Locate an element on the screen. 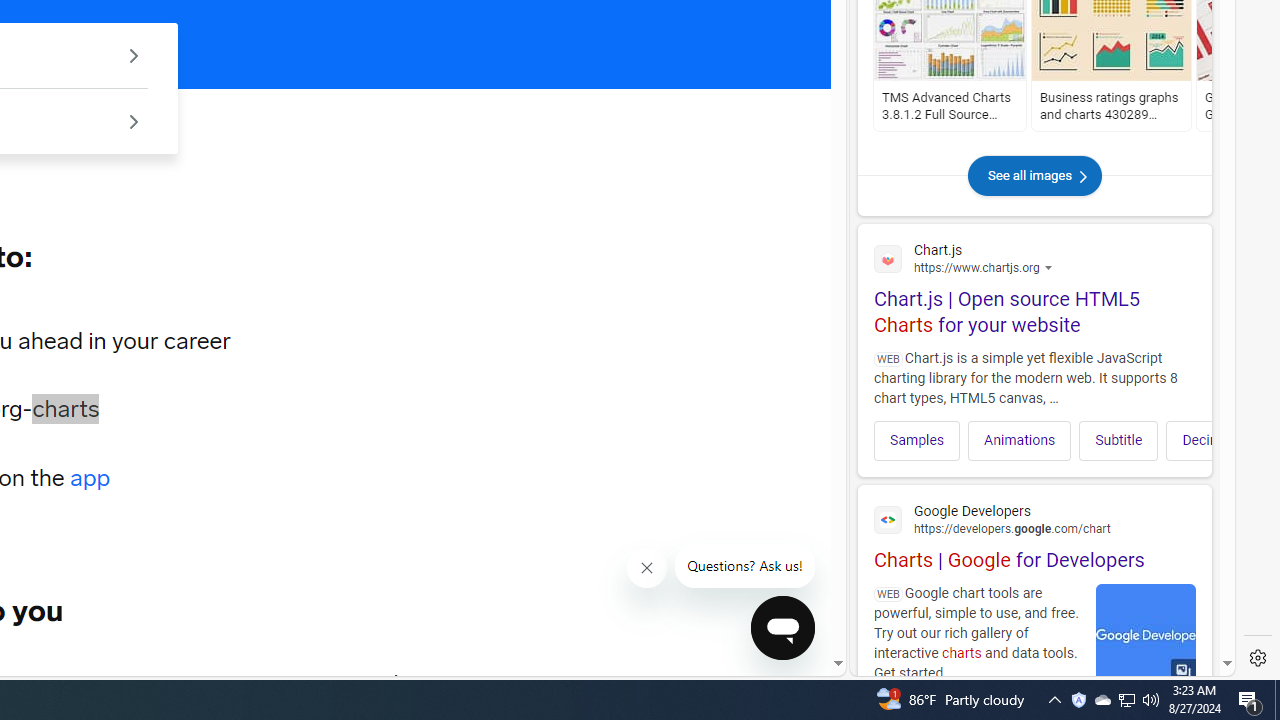  'Animations' is located at coordinates (1020, 440).